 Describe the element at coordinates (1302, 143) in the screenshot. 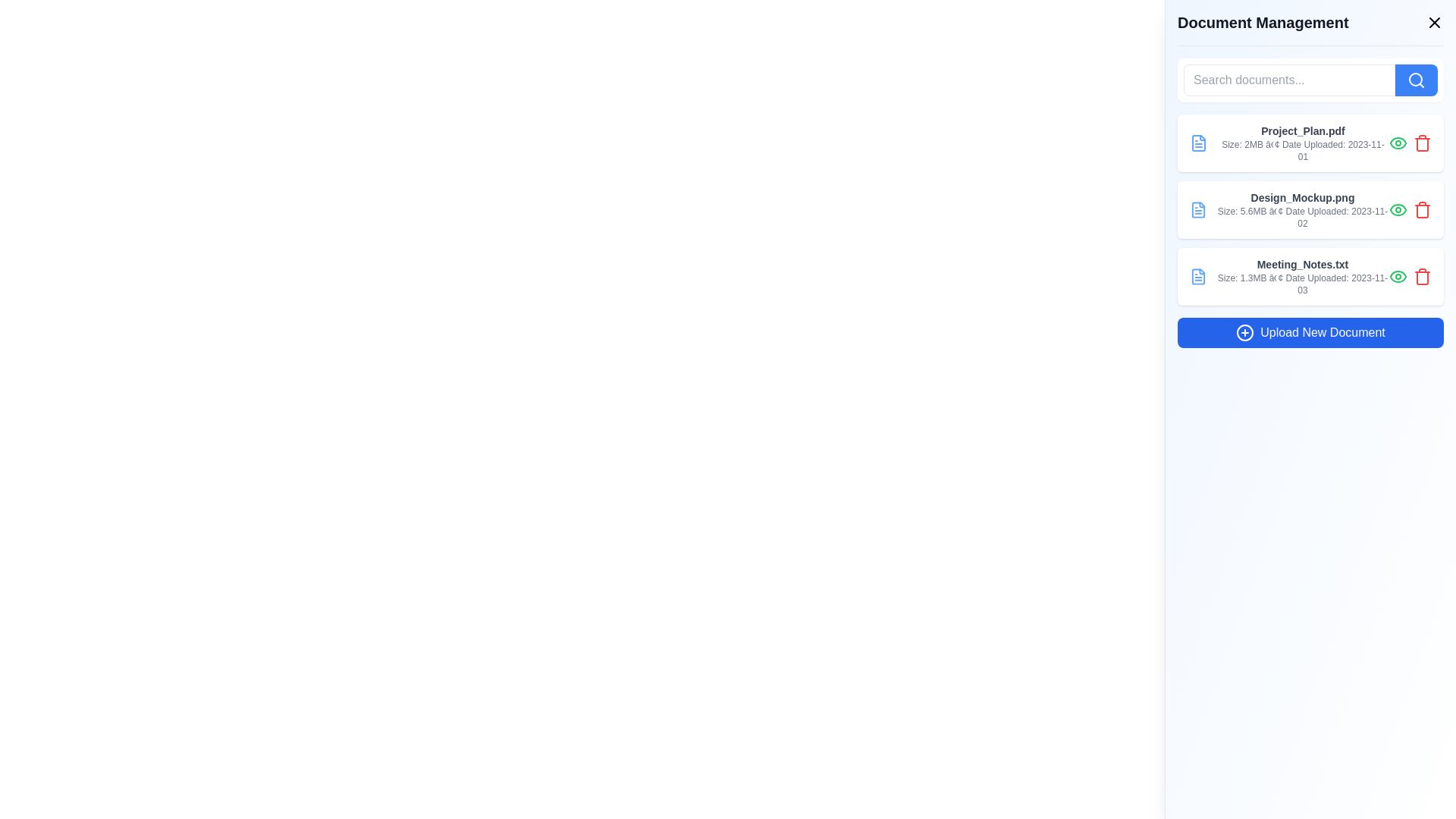

I see `to select the 'Project_Plan.pdf' file in the right panel's document list, which is the first element above 'Design_Mockup.png' and 'Meeting_Notes.txt'` at that location.